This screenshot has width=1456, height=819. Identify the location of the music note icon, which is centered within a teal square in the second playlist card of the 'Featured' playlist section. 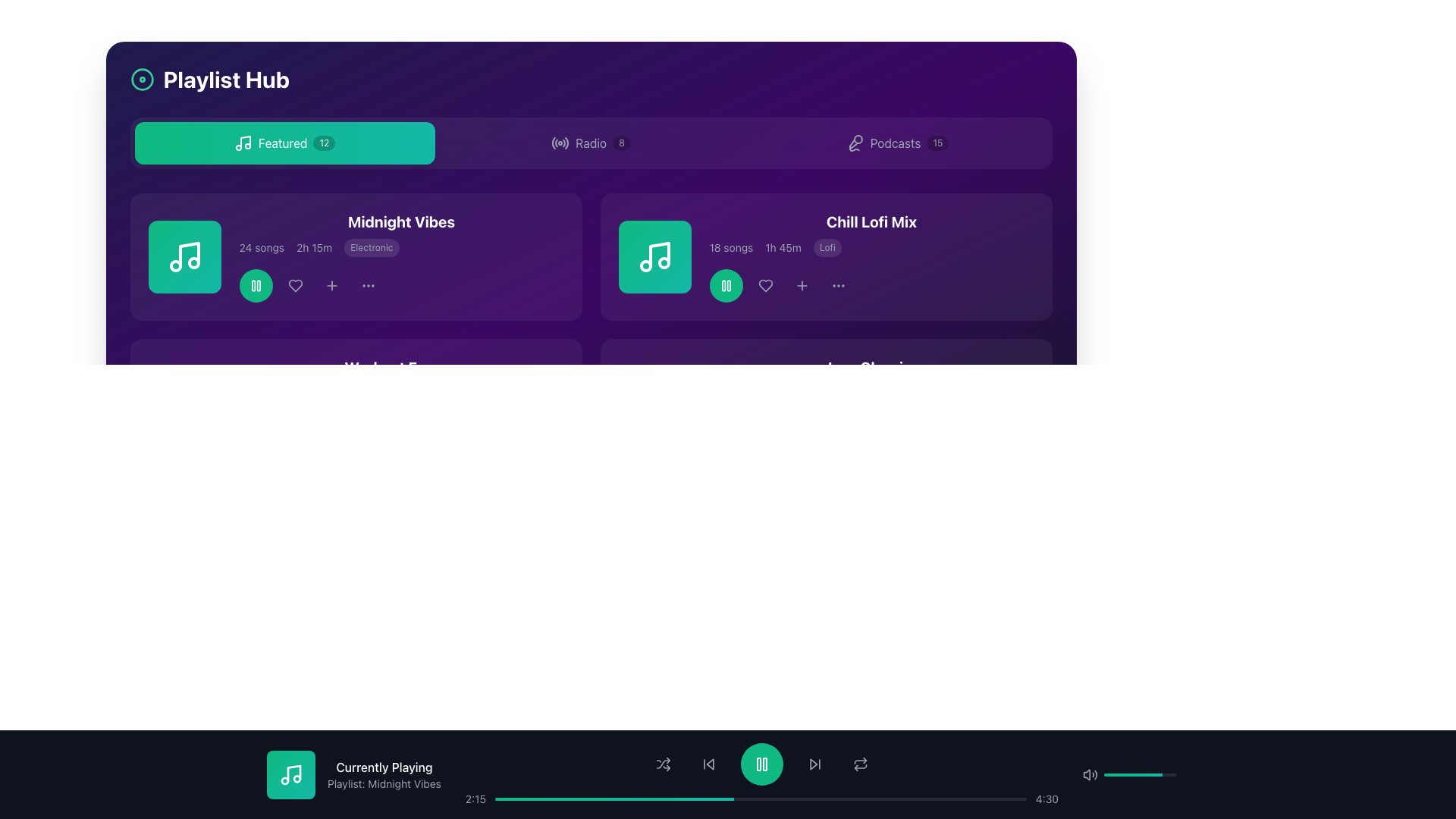
(654, 256).